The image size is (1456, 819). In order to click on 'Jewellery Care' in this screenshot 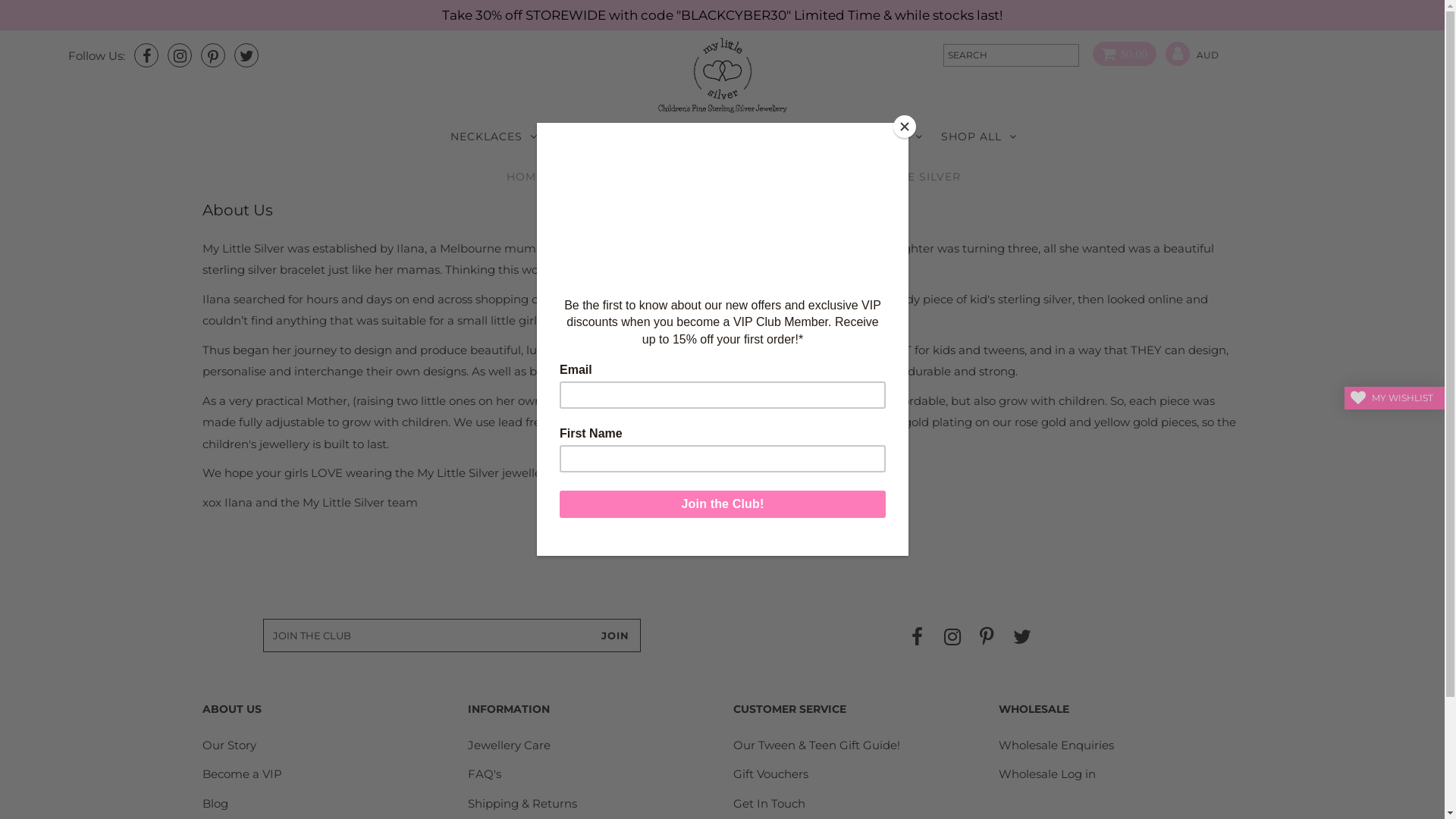, I will do `click(467, 744)`.